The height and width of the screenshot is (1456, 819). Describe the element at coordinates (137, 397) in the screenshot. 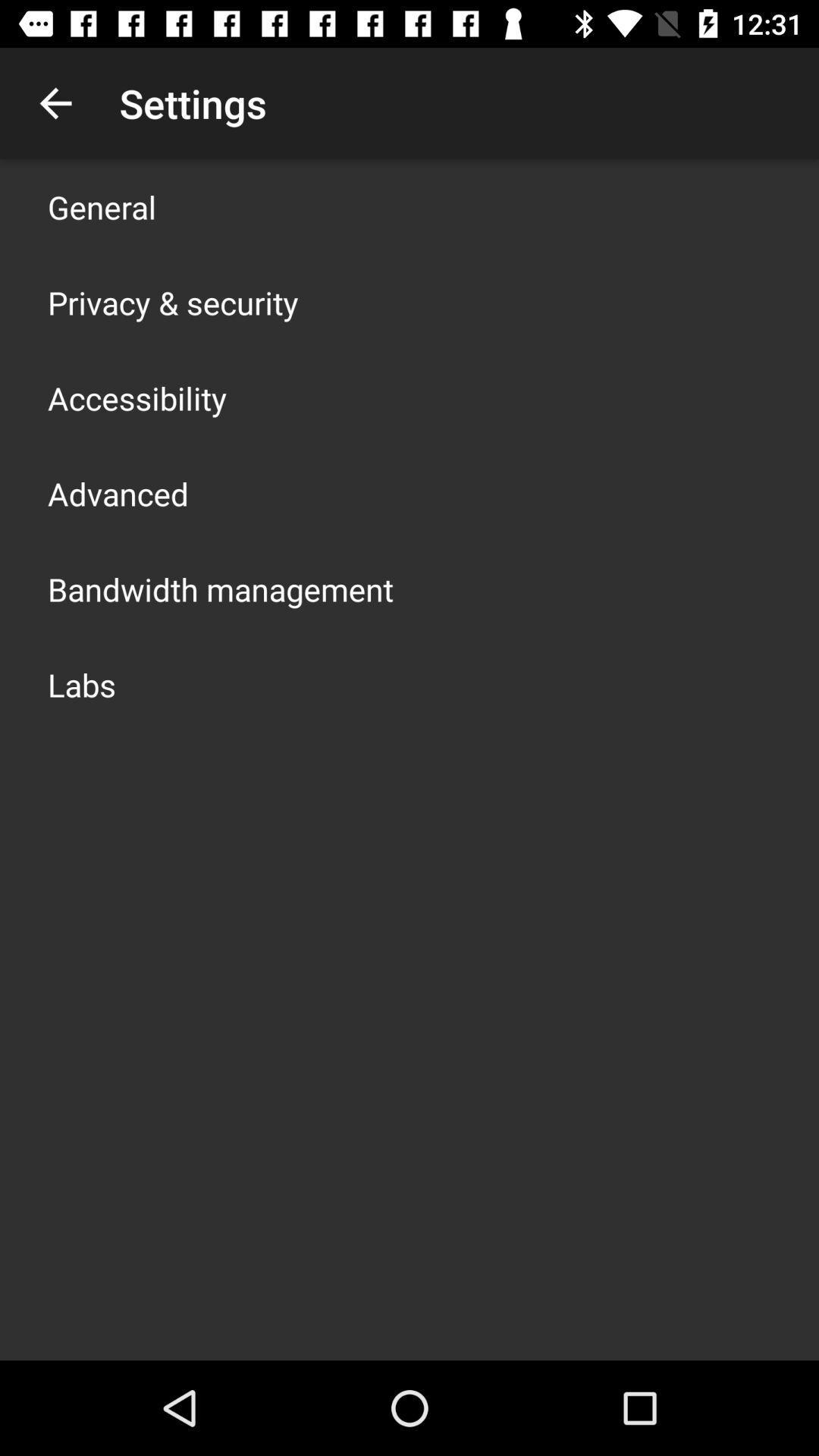

I see `accessibility item` at that location.